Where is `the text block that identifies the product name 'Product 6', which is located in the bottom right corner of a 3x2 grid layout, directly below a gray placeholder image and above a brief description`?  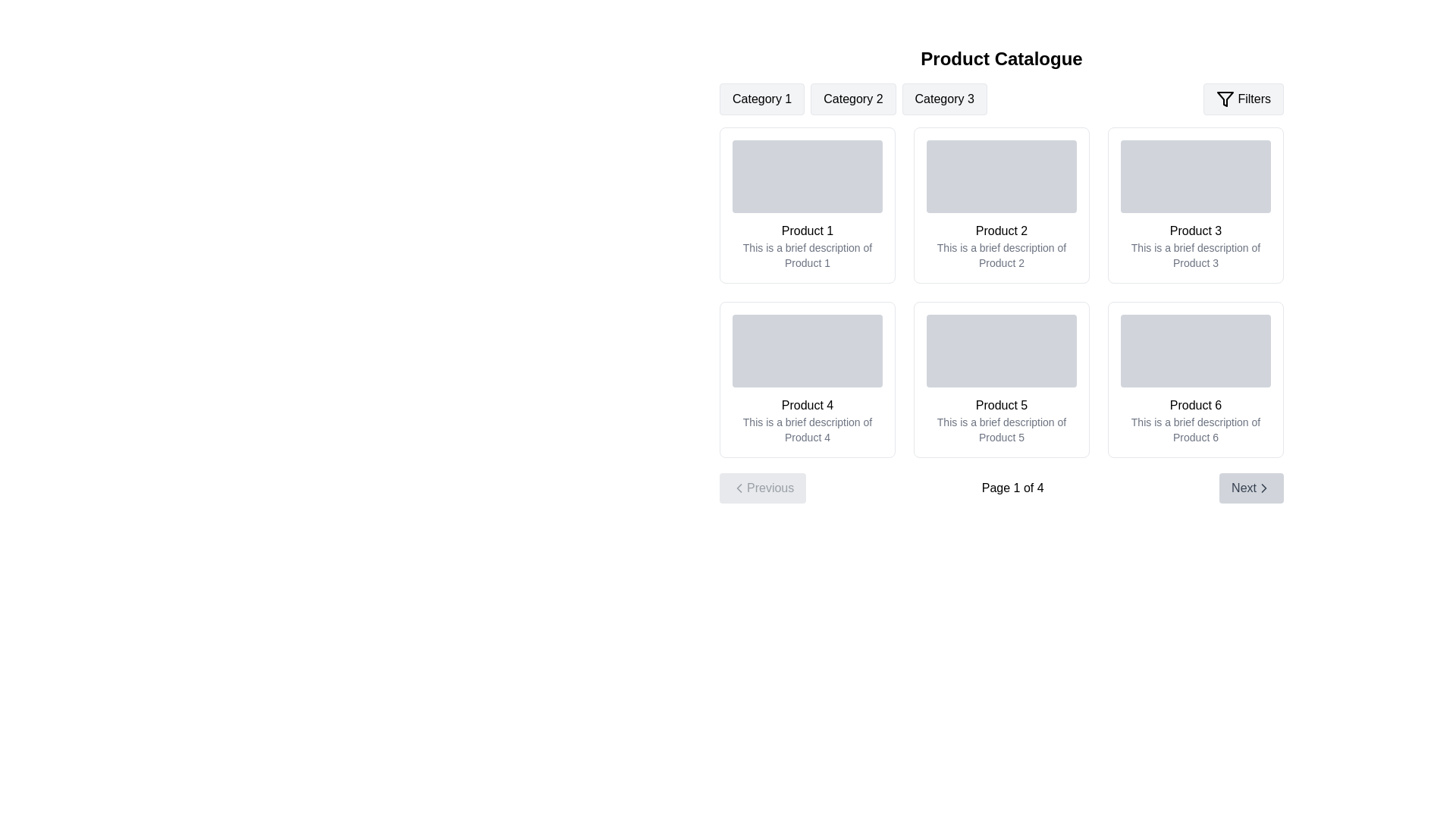 the text block that identifies the product name 'Product 6', which is located in the bottom right corner of a 3x2 grid layout, directly below a gray placeholder image and above a brief description is located at coordinates (1195, 405).